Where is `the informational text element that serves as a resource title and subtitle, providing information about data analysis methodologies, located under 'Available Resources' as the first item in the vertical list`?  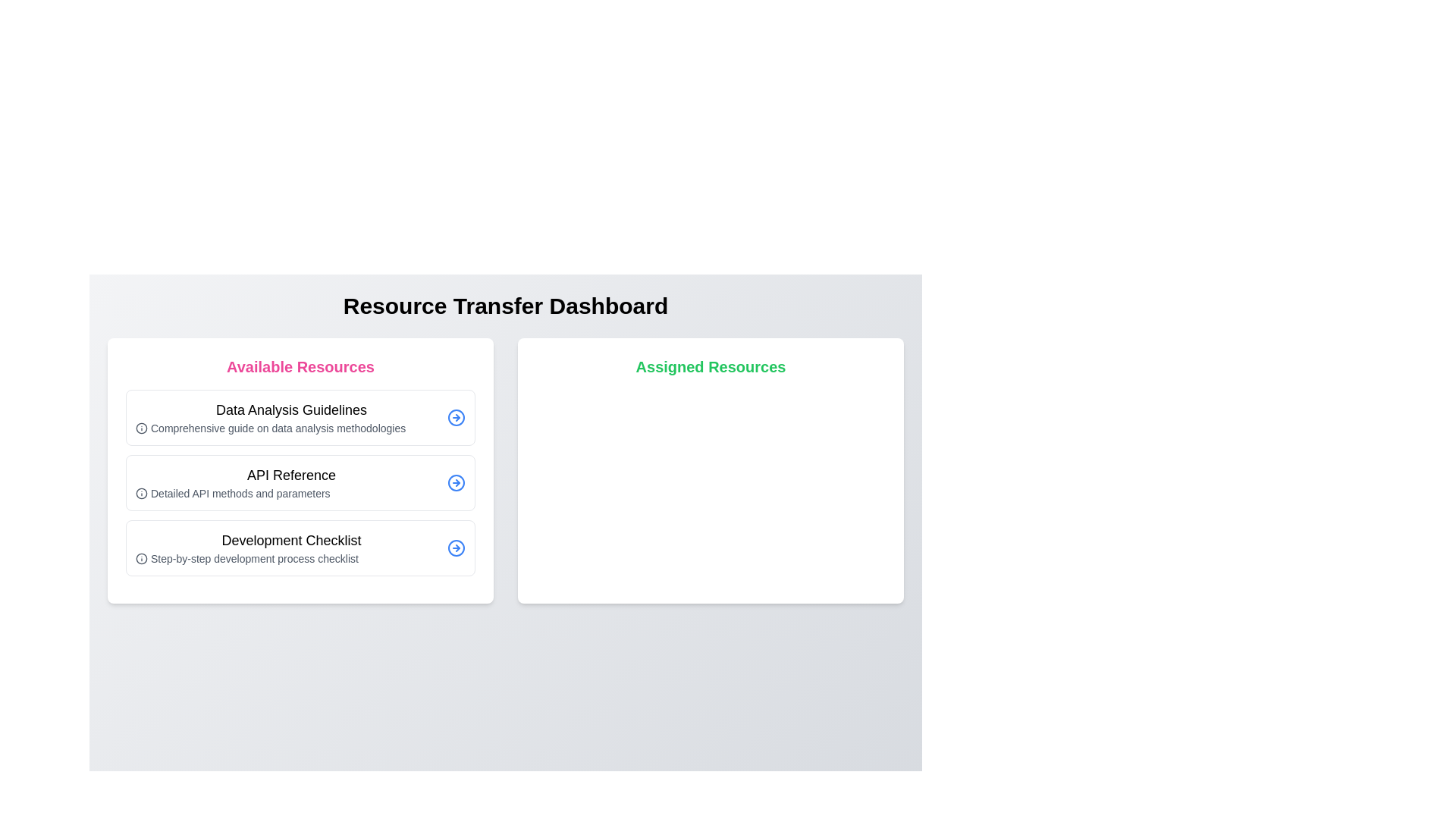
the informational text element that serves as a resource title and subtitle, providing information about data analysis methodologies, located under 'Available Resources' as the first item in the vertical list is located at coordinates (291, 418).